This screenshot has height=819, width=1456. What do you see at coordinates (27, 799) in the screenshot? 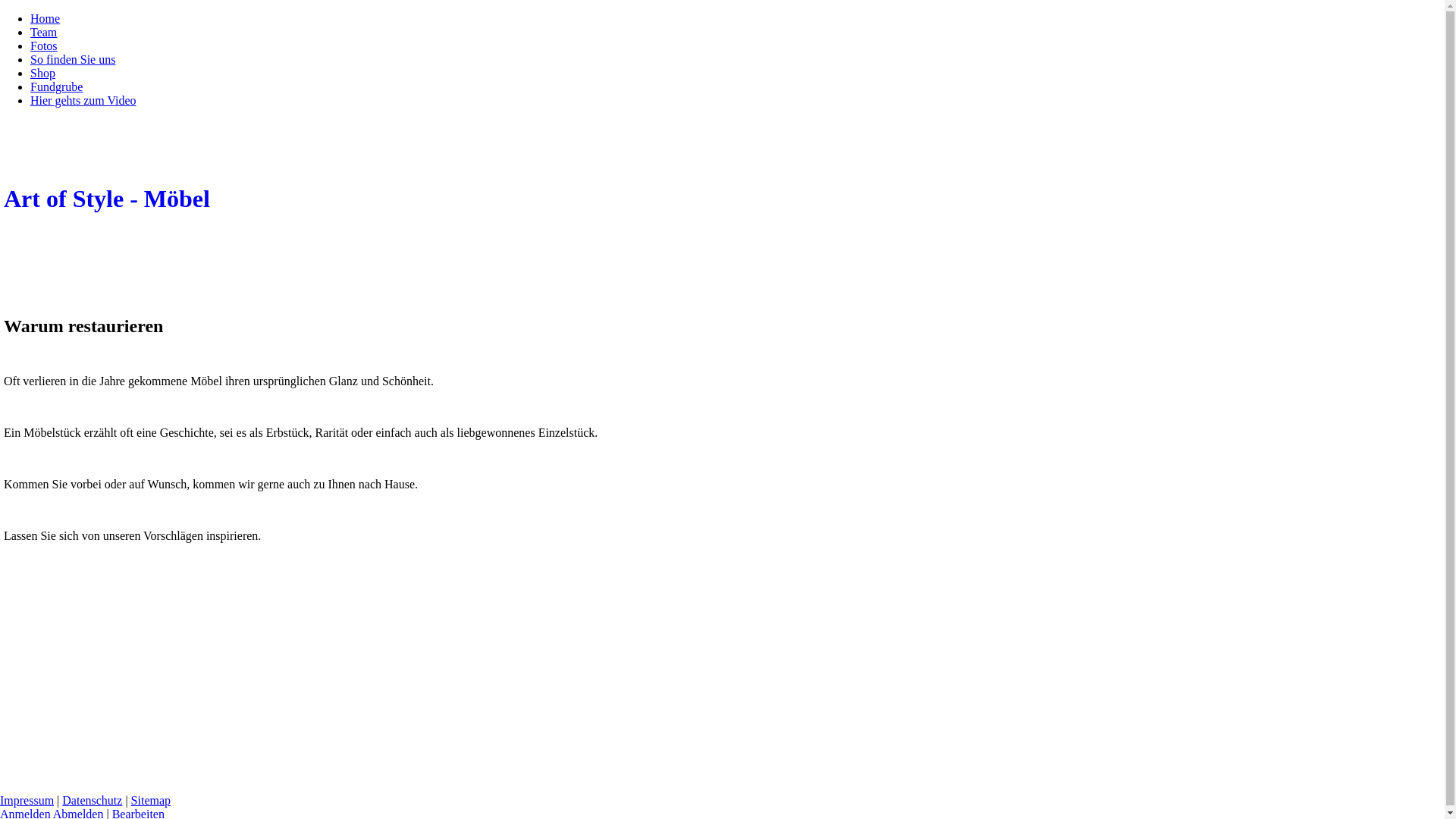
I see `'Impressum'` at bounding box center [27, 799].